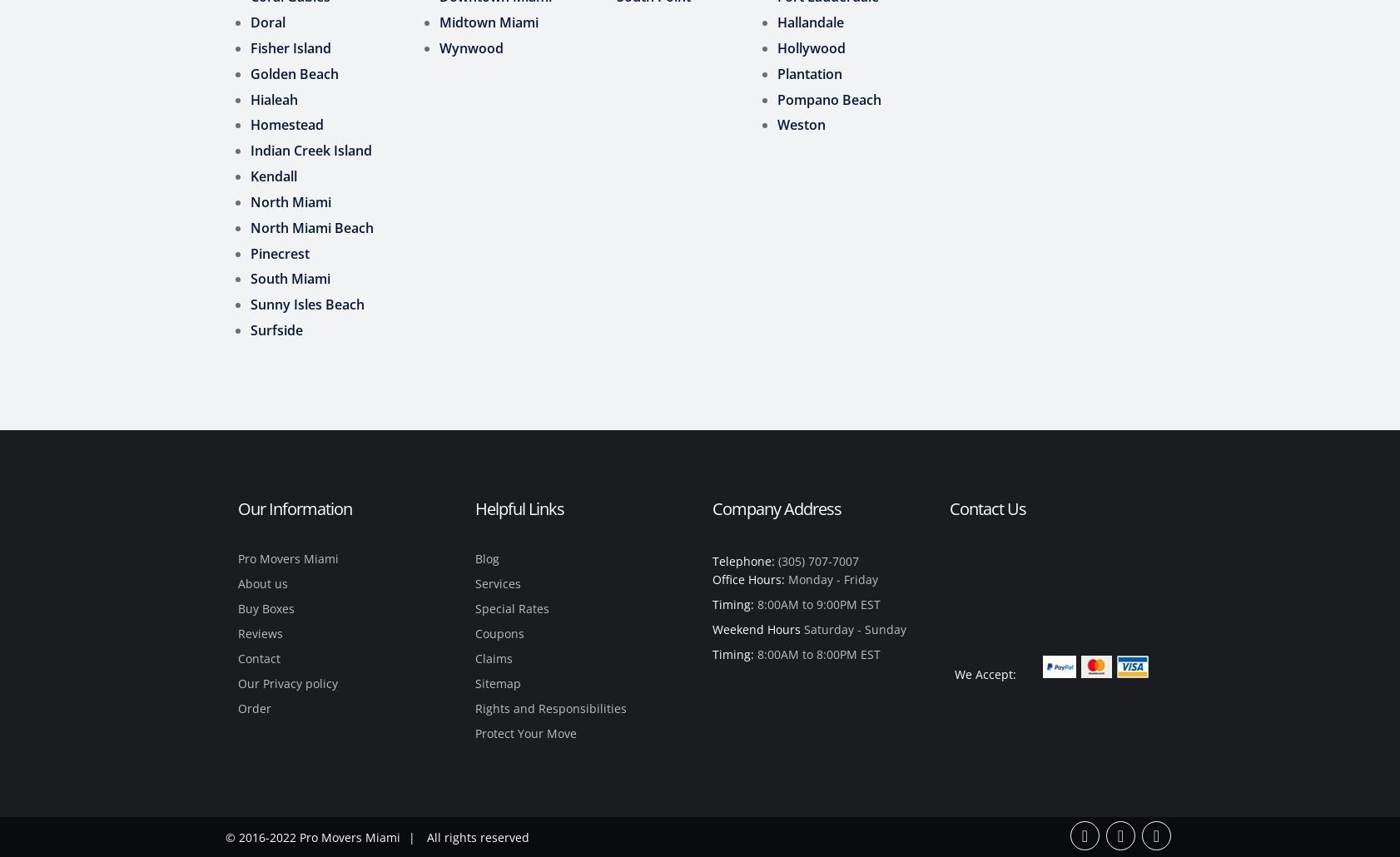  Describe the element at coordinates (489, 21) in the screenshot. I see `'Midtown Miami'` at that location.